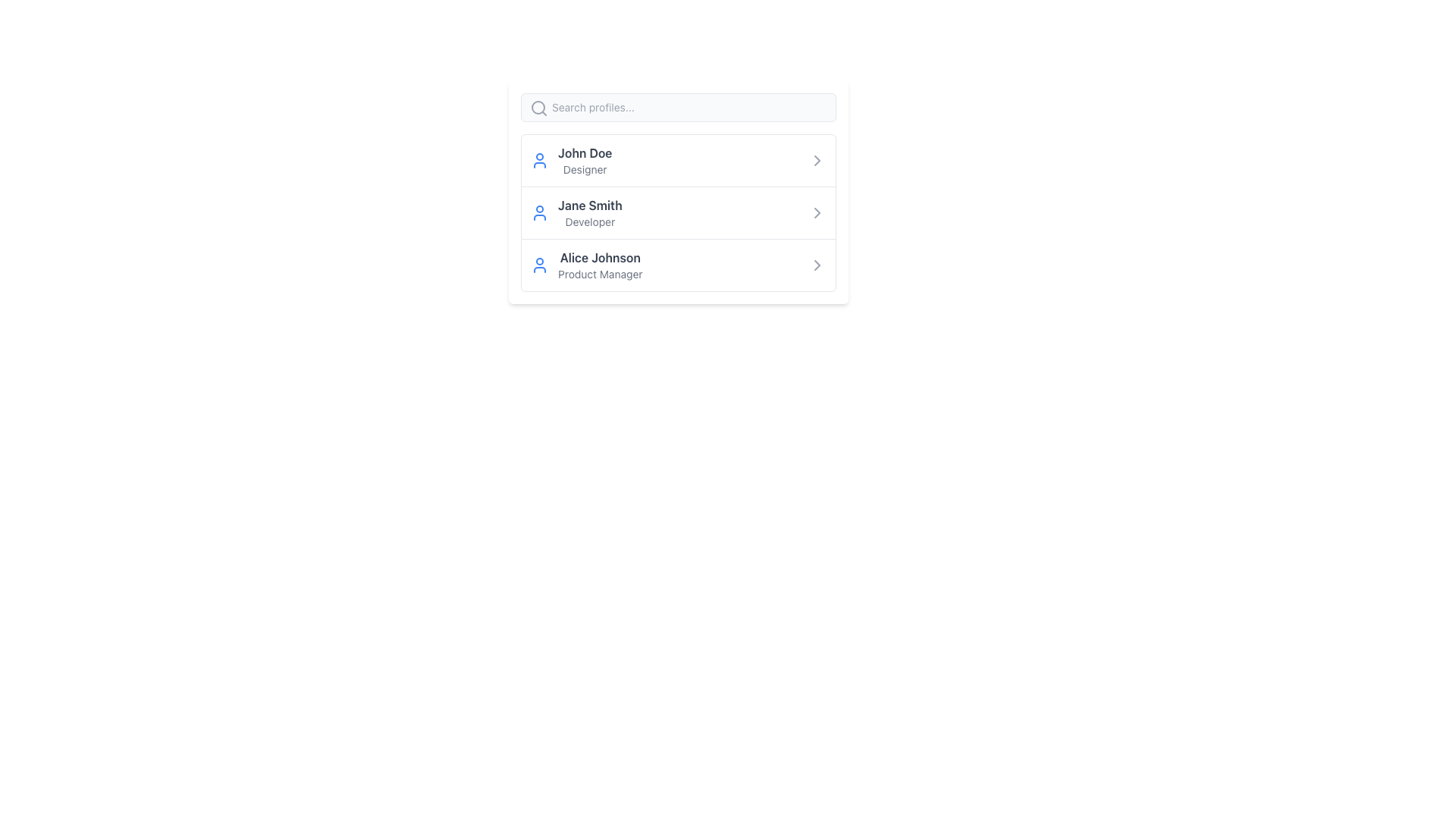  Describe the element at coordinates (576, 213) in the screenshot. I see `the second user profile block, which is located directly below 'John Doe, Designer' and above 'Alice Johnson, Product Manager'` at that location.